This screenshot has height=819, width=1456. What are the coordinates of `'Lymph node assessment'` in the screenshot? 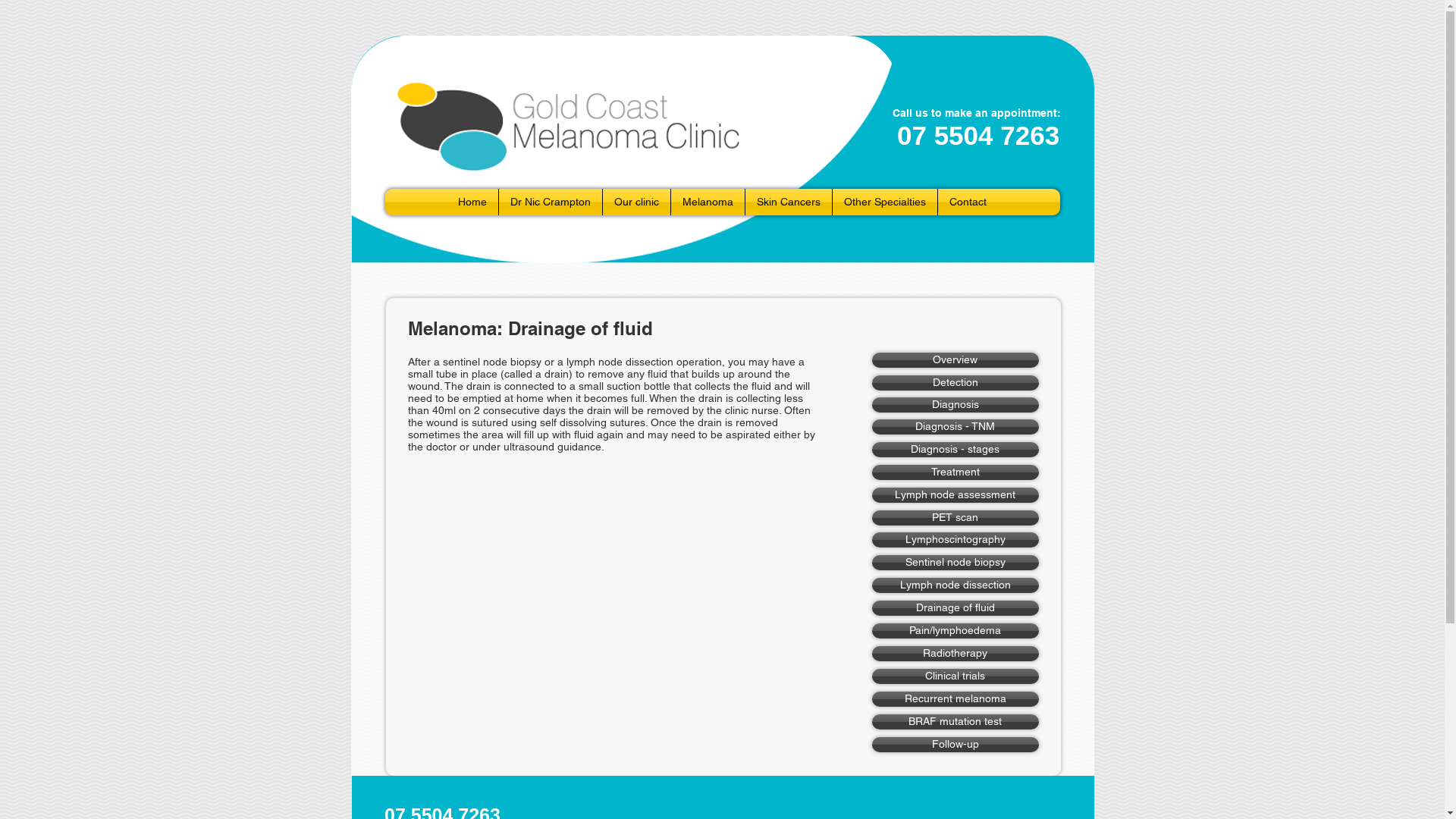 It's located at (954, 494).